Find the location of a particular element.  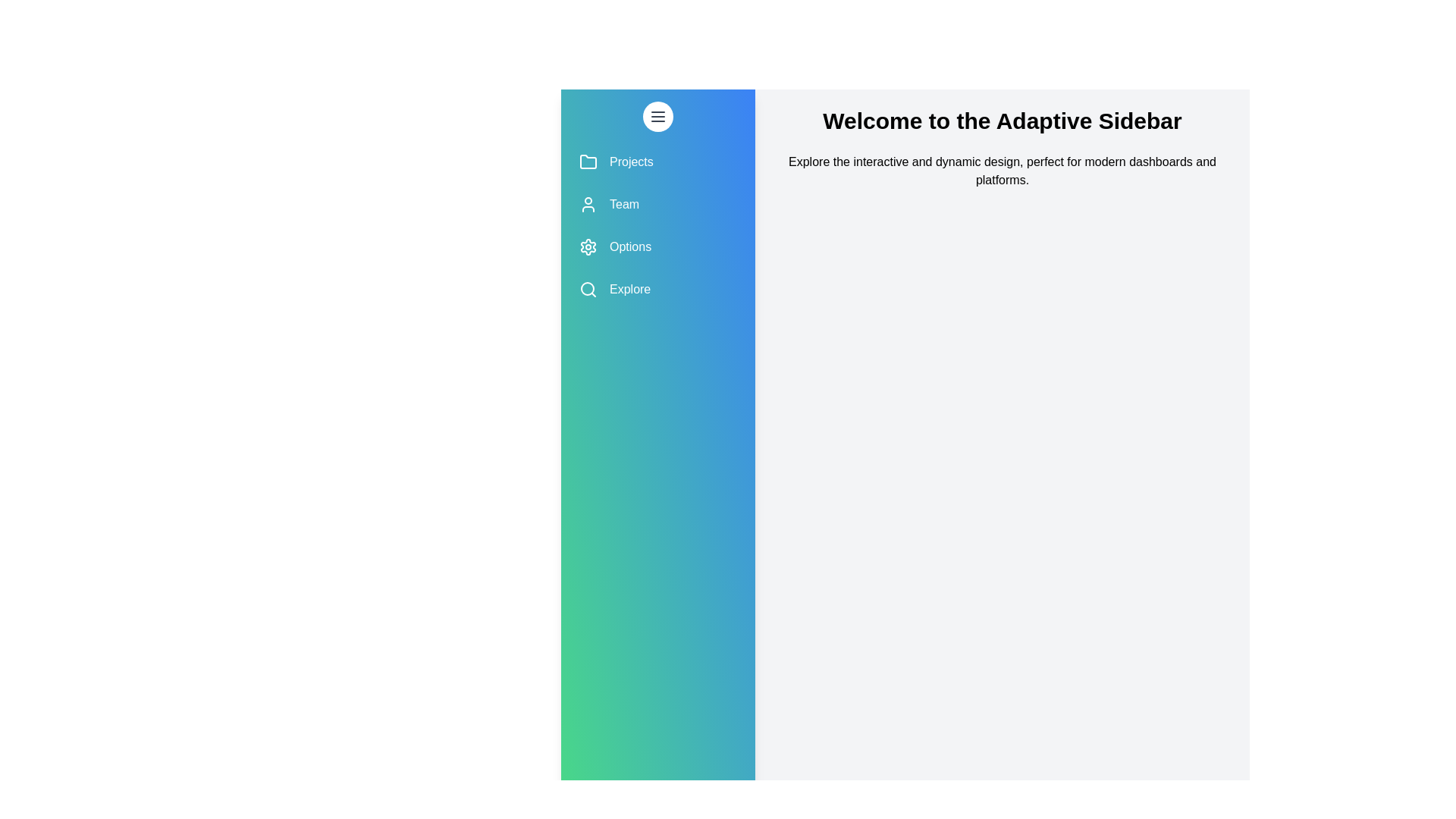

the menu item labeled Explore to navigate to its section is located at coordinates (658, 289).